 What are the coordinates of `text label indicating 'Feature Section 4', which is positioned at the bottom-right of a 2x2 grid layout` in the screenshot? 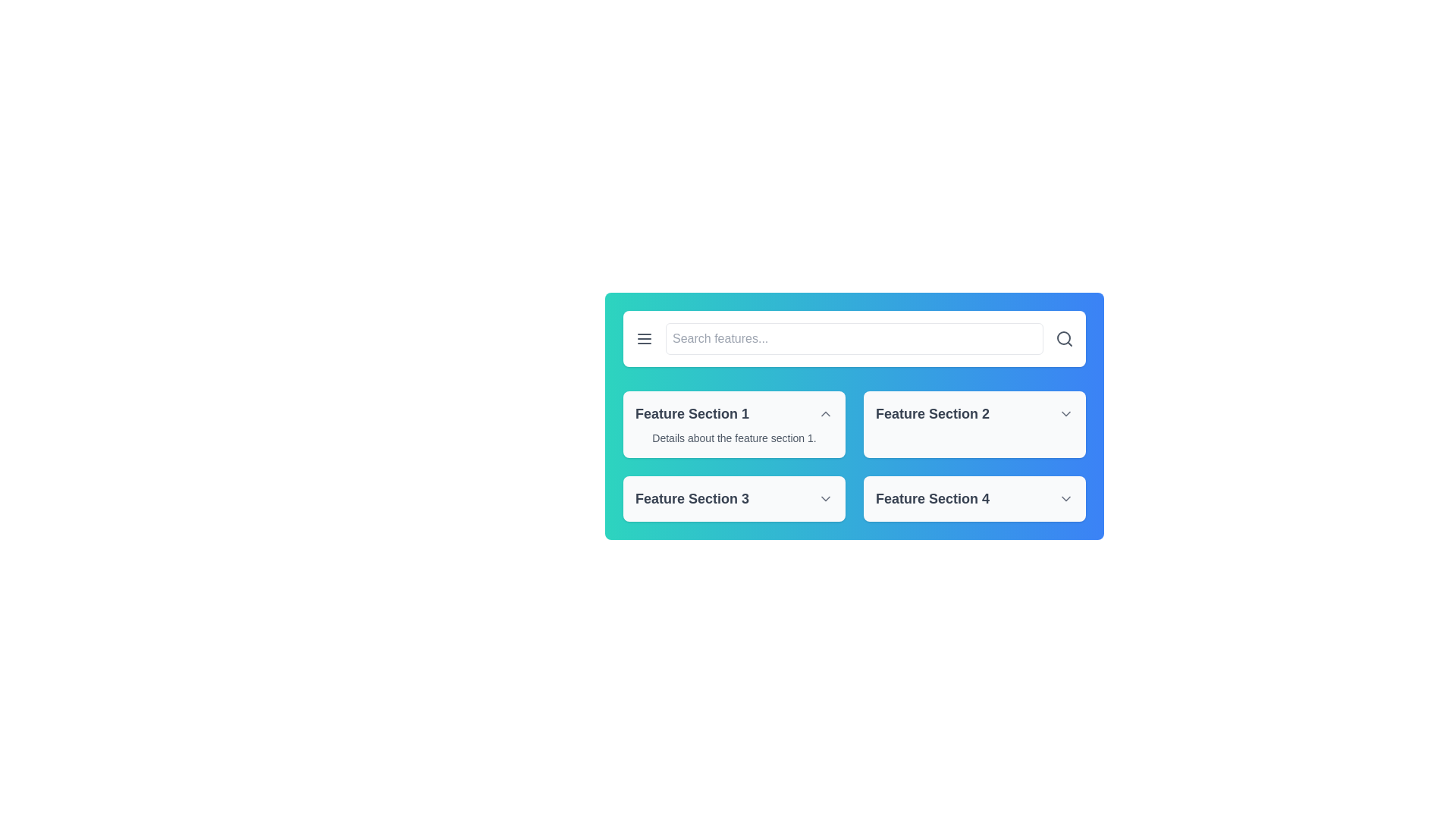 It's located at (931, 499).